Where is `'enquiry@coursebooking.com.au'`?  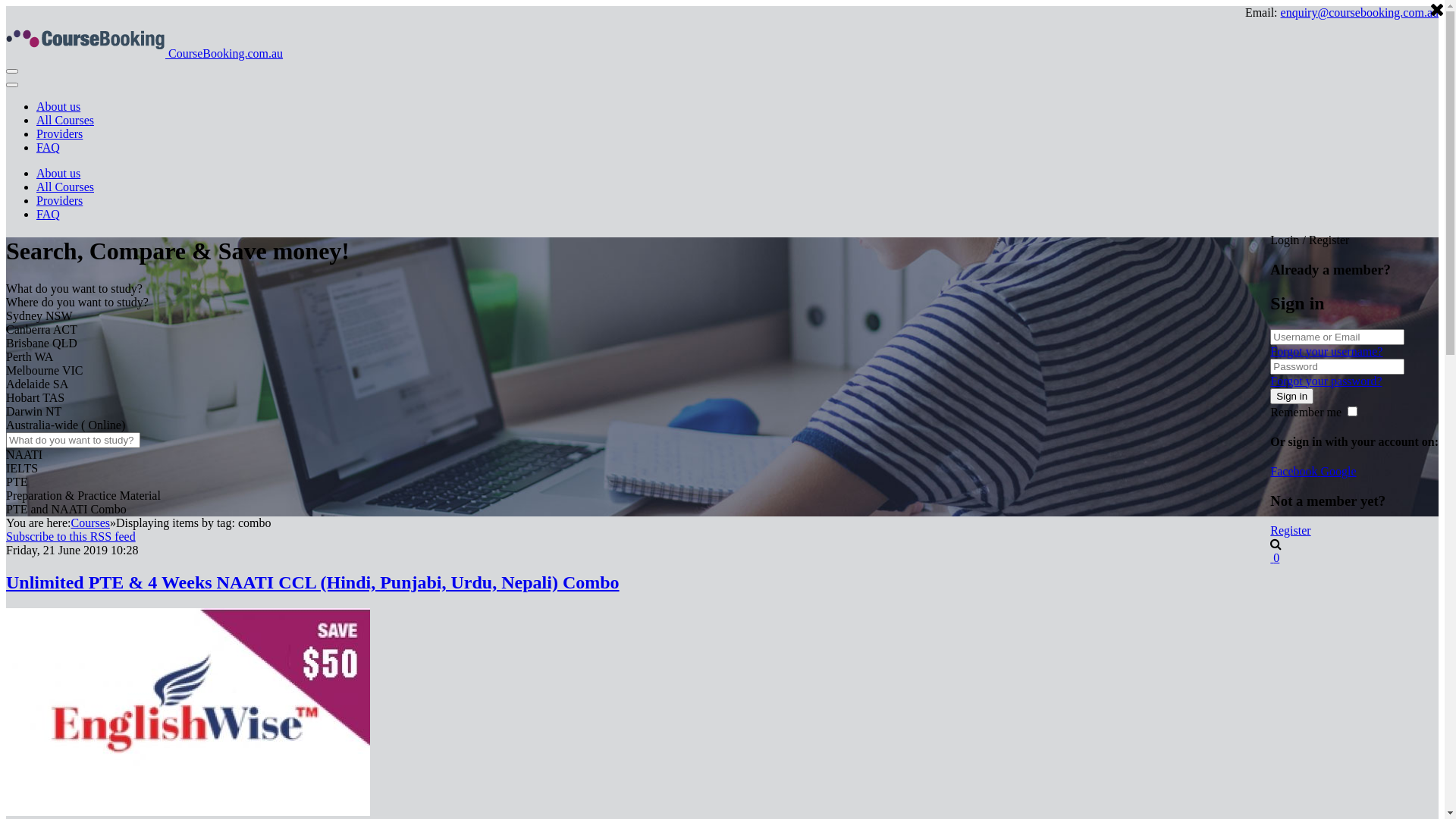
'enquiry@coursebooking.com.au' is located at coordinates (1280, 12).